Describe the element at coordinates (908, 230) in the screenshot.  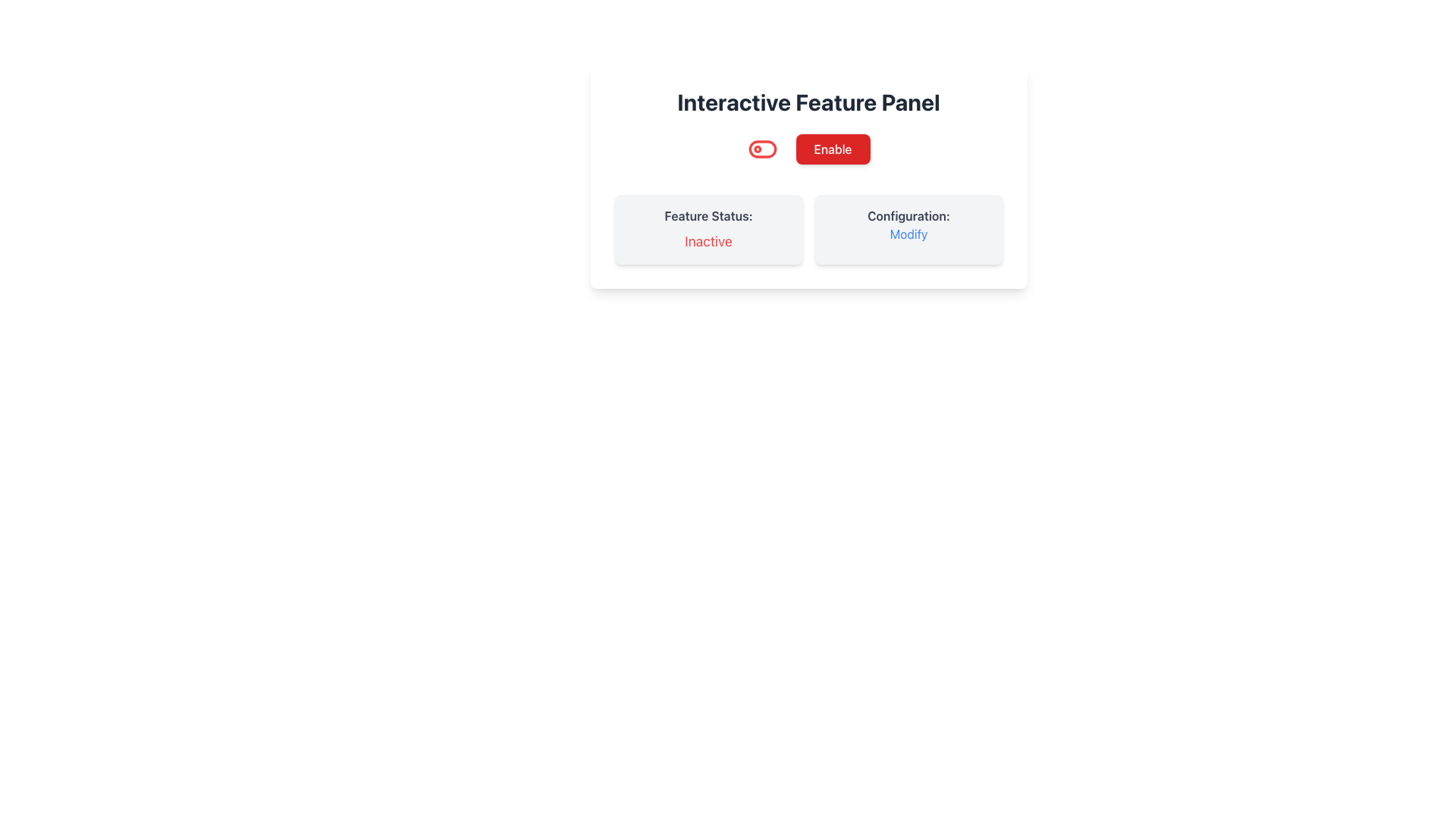
I see `the hyperlink labeled 'Modify' on the informational card located in the bottom-right portion of the Interactive Feature Panel` at that location.